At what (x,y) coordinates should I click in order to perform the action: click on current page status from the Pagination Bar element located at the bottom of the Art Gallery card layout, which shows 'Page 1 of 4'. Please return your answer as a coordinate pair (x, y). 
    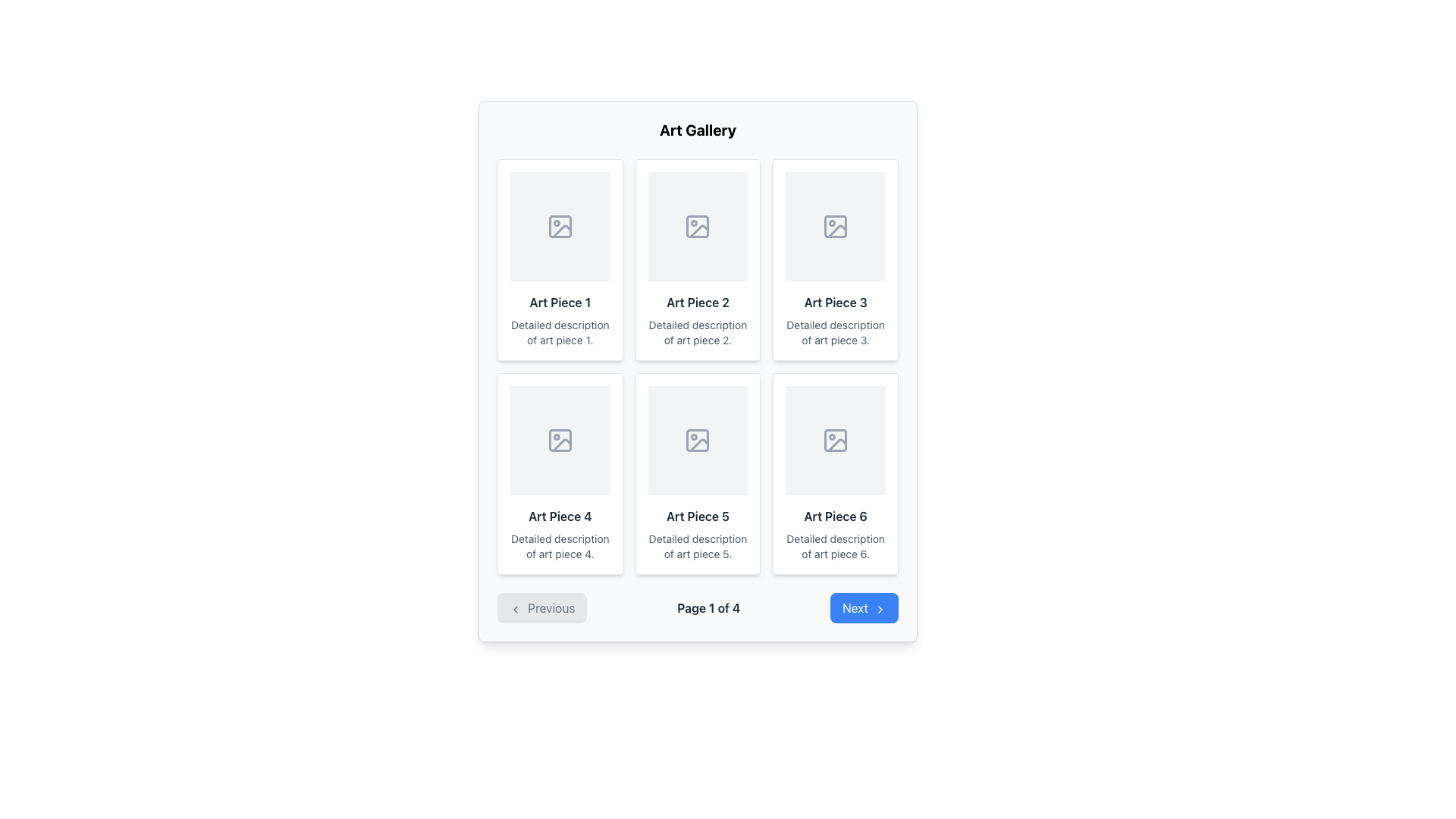
    Looking at the image, I should click on (697, 607).